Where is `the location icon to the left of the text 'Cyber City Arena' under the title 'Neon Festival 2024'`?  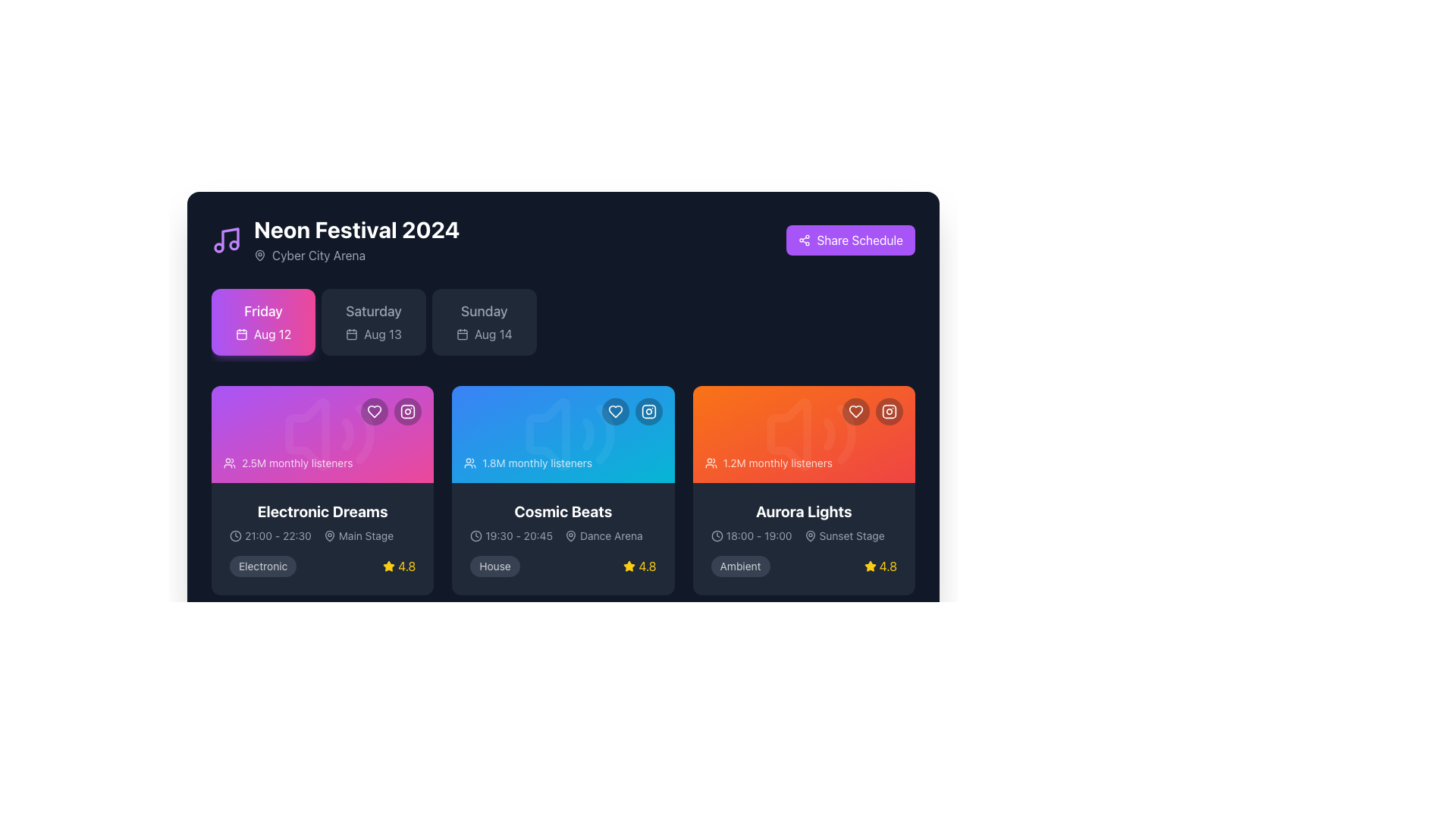 the location icon to the left of the text 'Cyber City Arena' under the title 'Neon Festival 2024' is located at coordinates (259, 253).